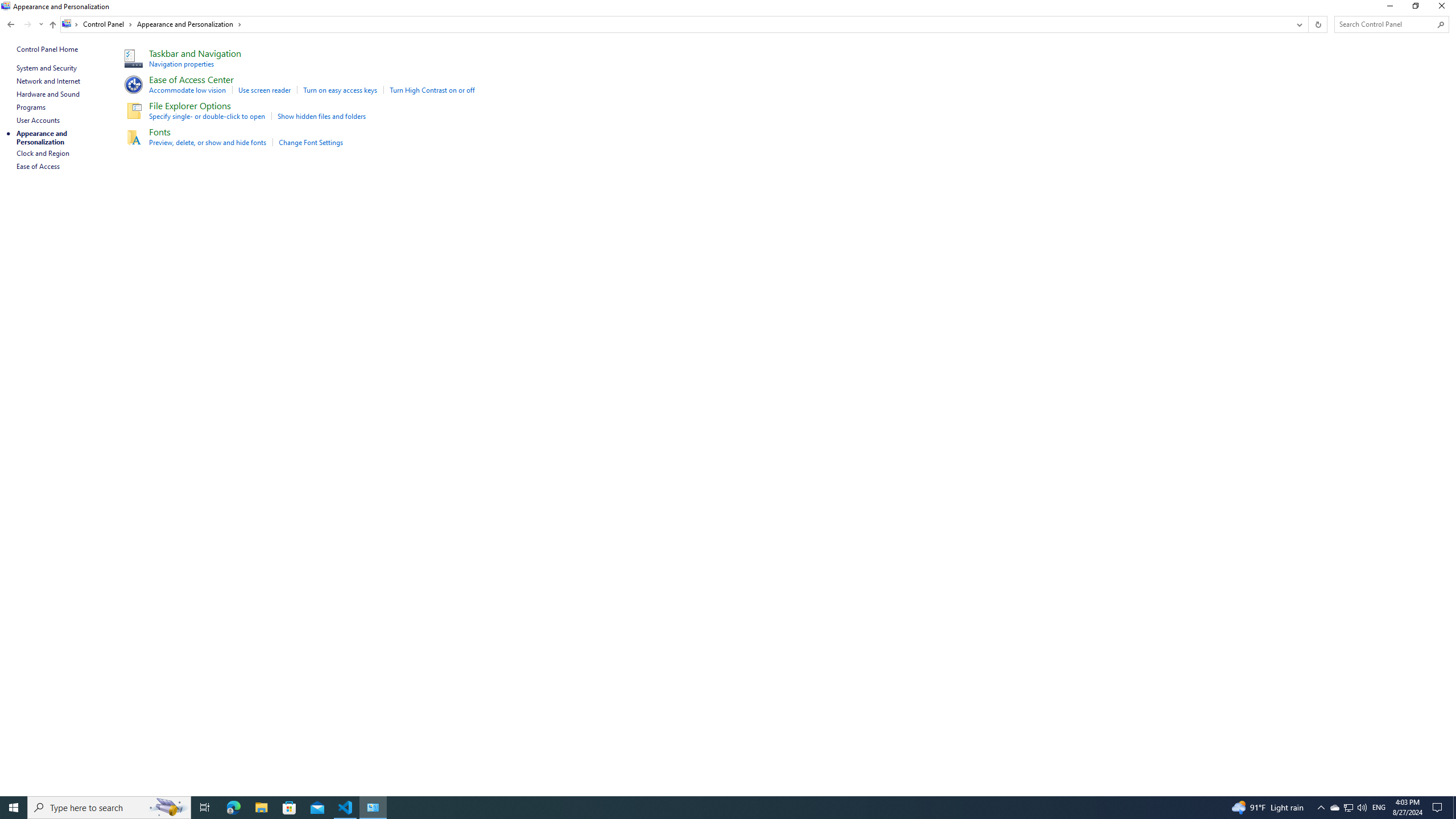 The width and height of the screenshot is (1456, 819). I want to click on 'Ease of Access Center', so click(191, 78).